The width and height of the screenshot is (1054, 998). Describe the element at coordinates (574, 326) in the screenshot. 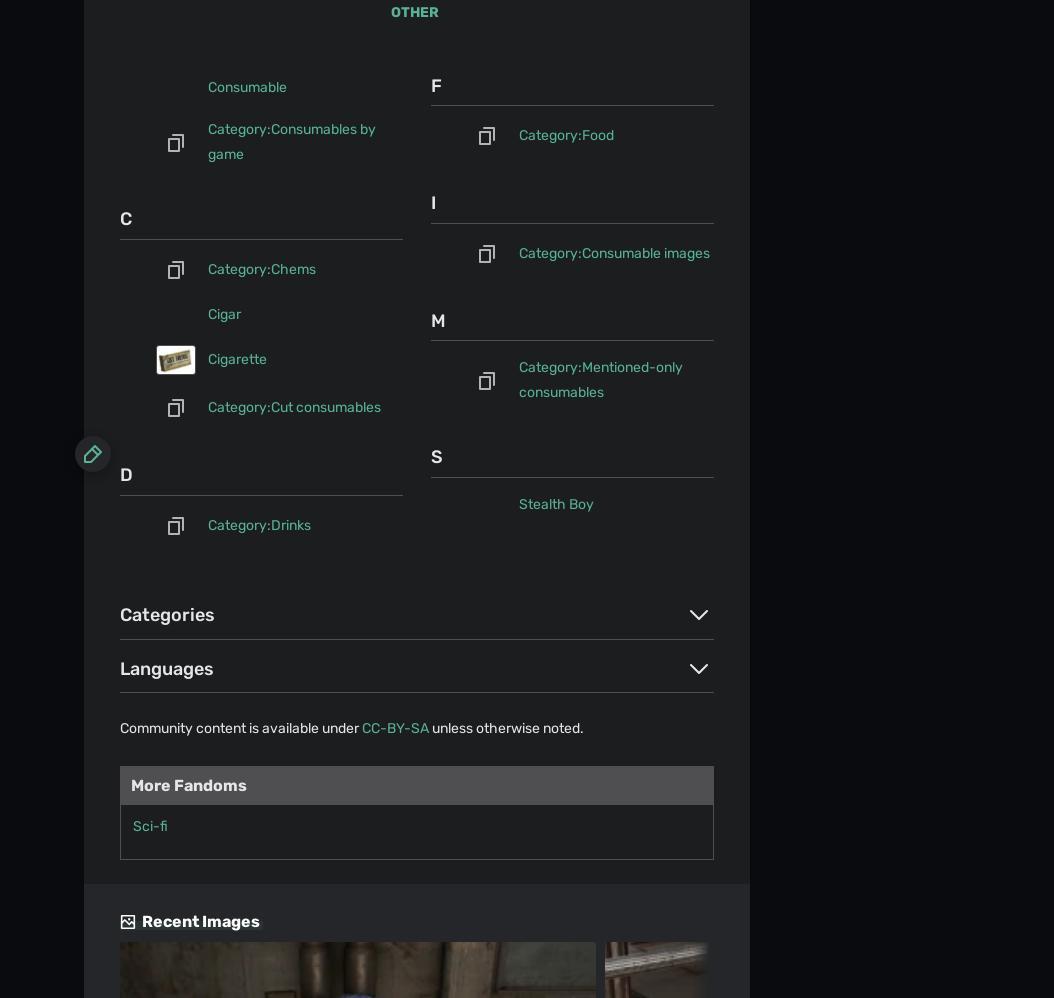

I see `'Do Not Sell or Share My Personal Information'` at that location.